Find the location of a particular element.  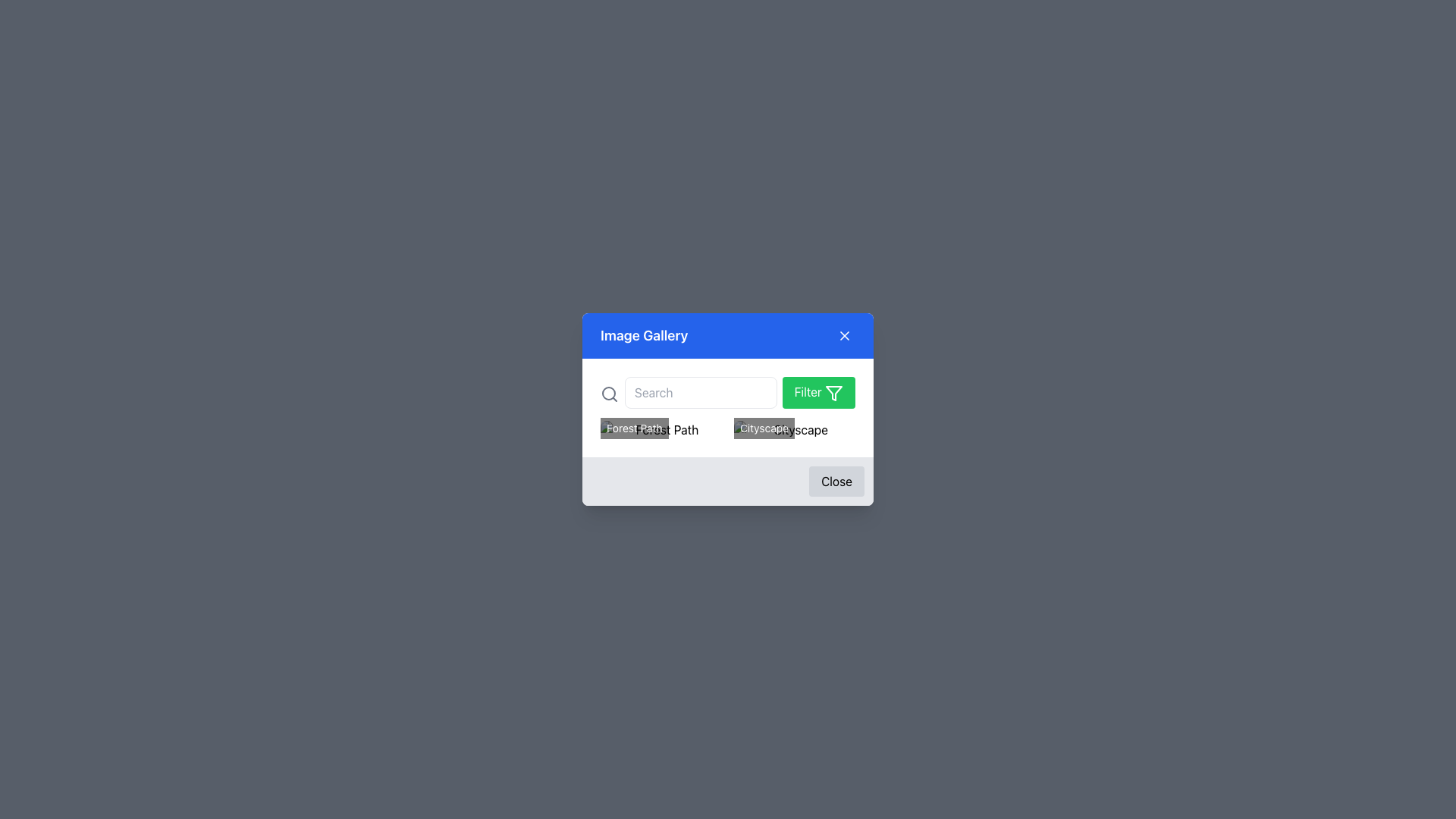

the 'Close' button with a gray background and rounded corners located in the lower right corner of the modal dialog is located at coordinates (728, 482).